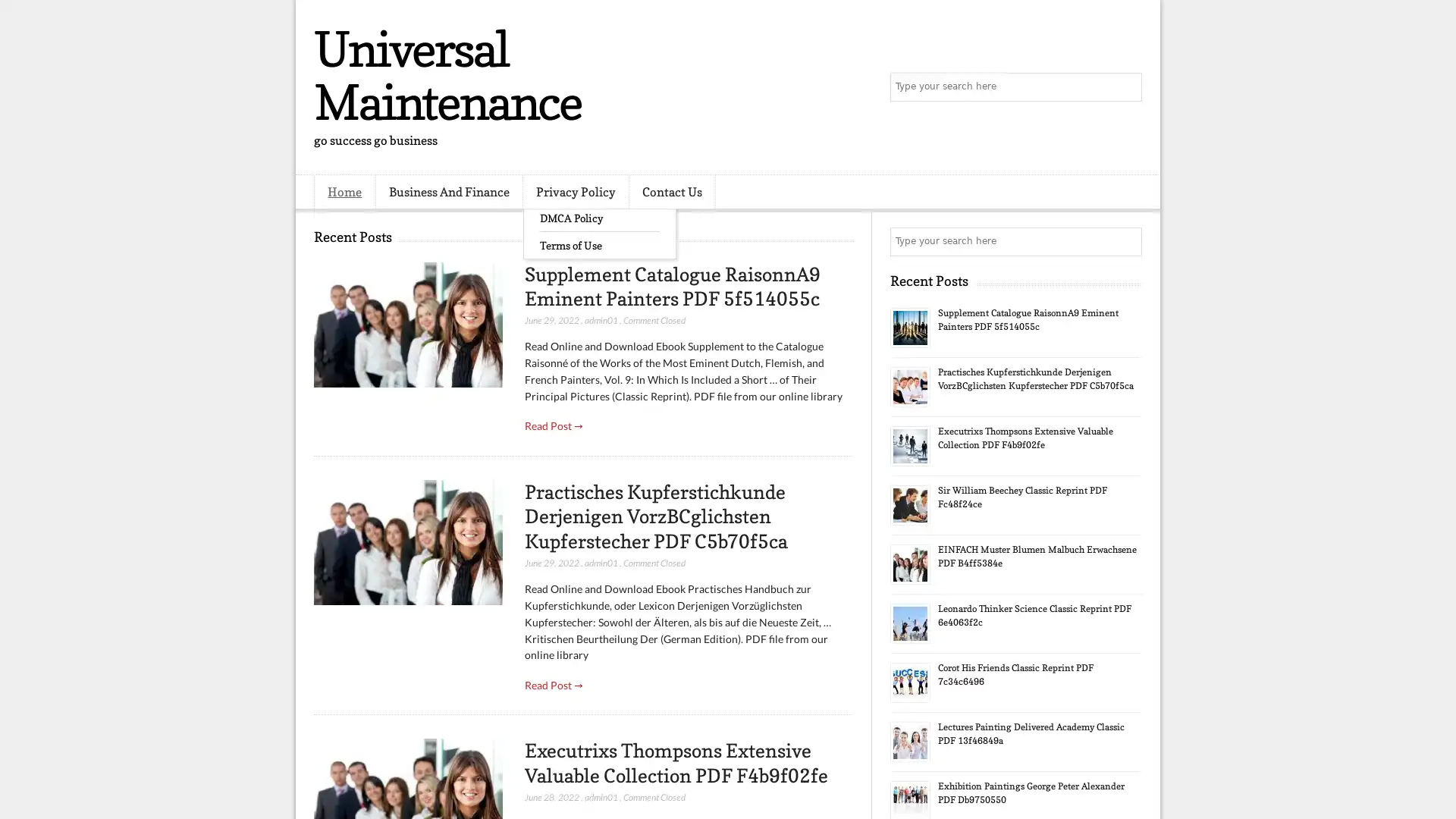  I want to click on Search, so click(1126, 241).